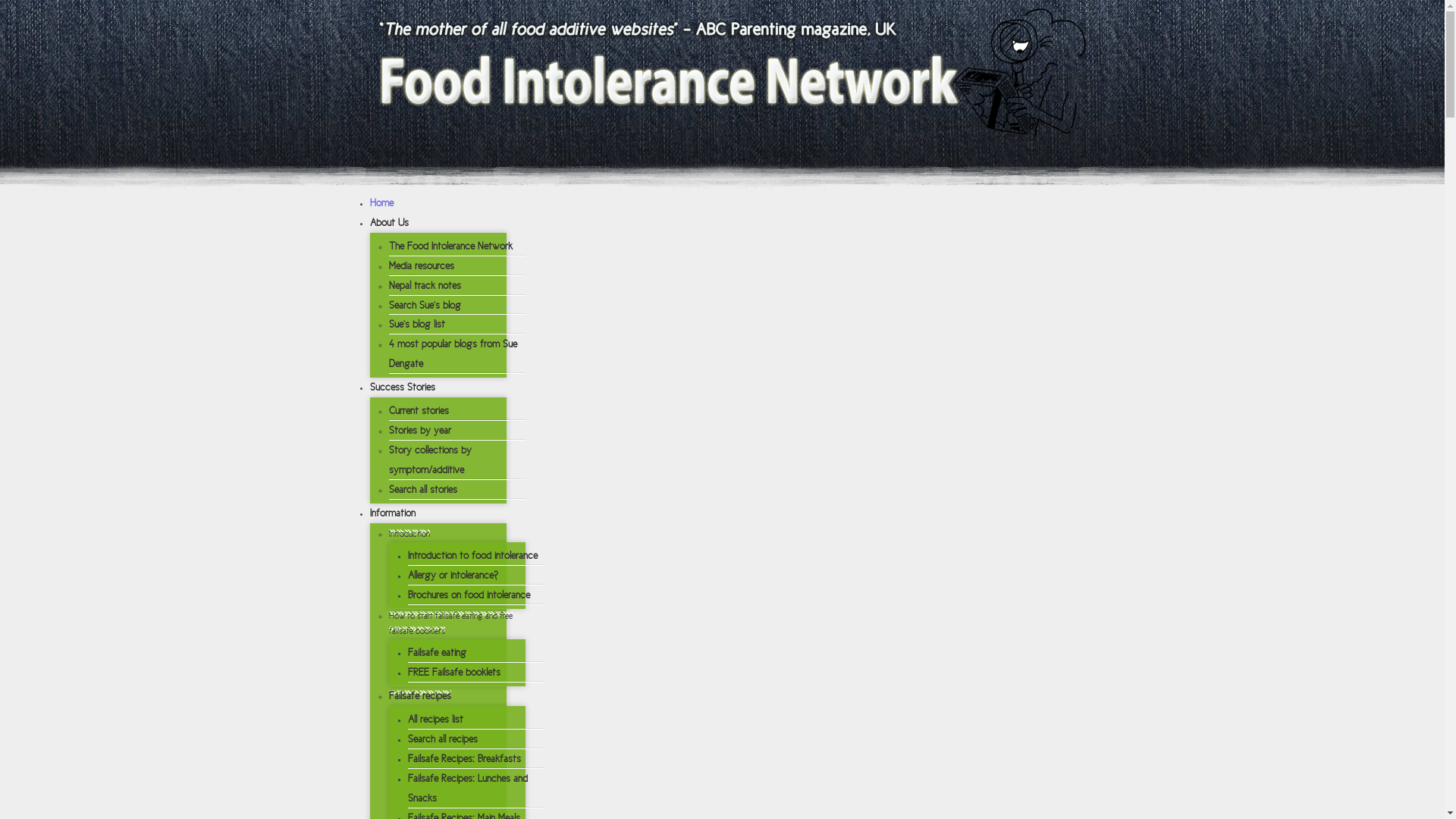 This screenshot has height=819, width=1456. What do you see at coordinates (488, 359) in the screenshot?
I see `'VIDEO Introduction to food intolerance'` at bounding box center [488, 359].